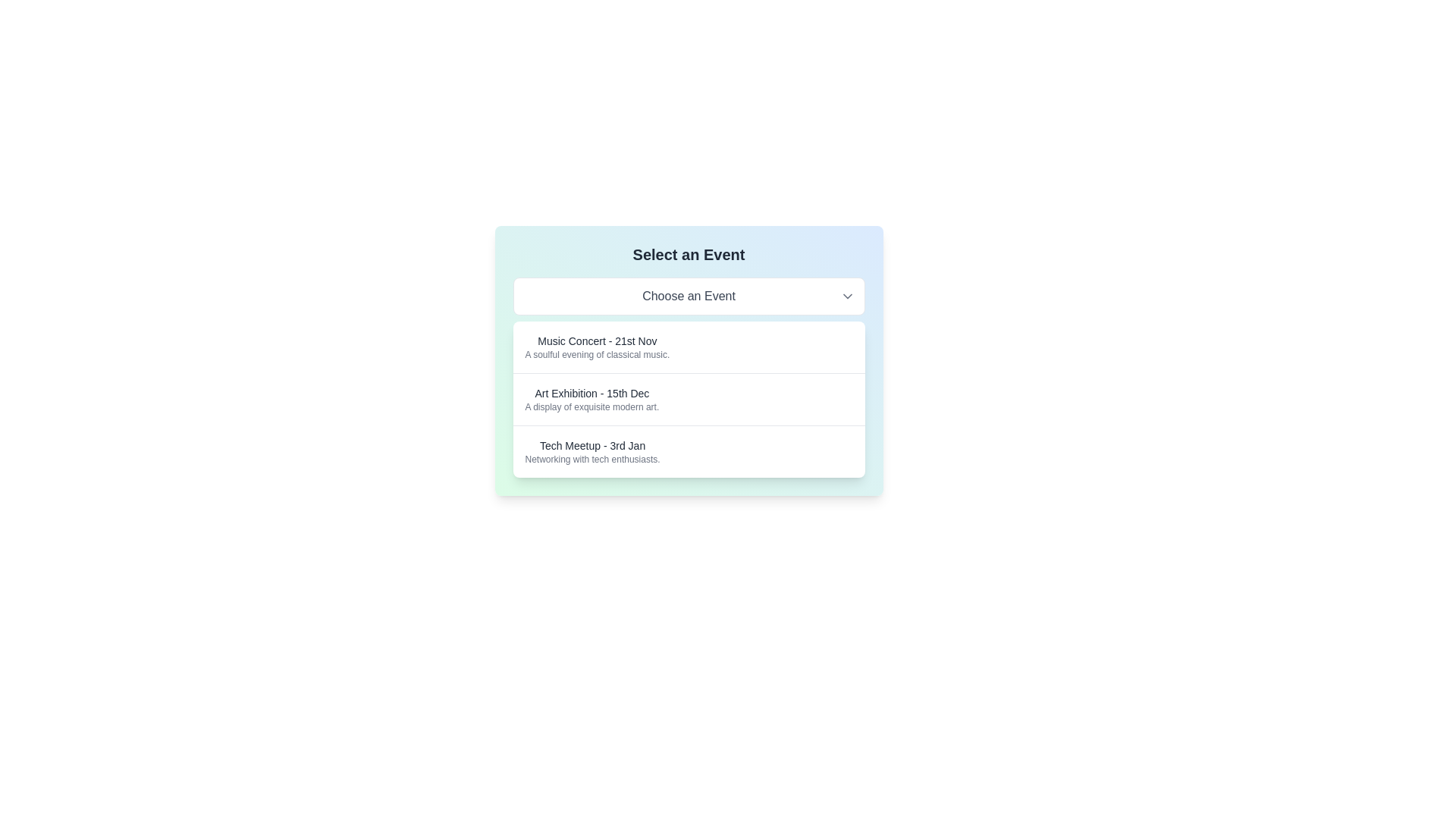 The image size is (1456, 819). What do you see at coordinates (596, 354) in the screenshot?
I see `text content of the second line under the title 'Music Concert - 21st Nov.' within the selection dropdown menu under the 'Select an Event' label` at bounding box center [596, 354].